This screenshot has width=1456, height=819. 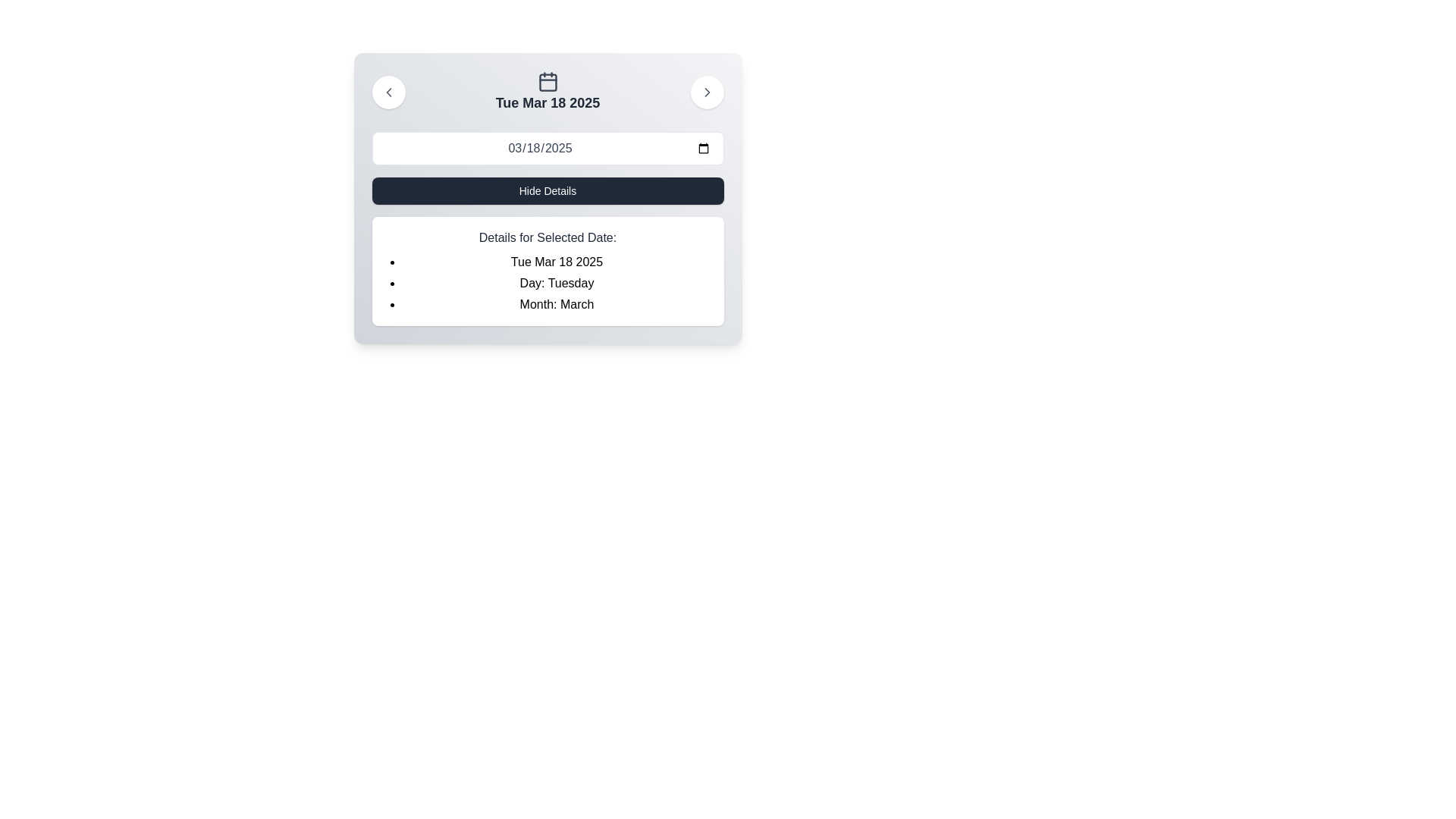 What do you see at coordinates (388, 93) in the screenshot?
I see `the Icon (Chevron Left) located in the top-left section of the user interface, which serves as a navigation button to move to the previous item or section` at bounding box center [388, 93].